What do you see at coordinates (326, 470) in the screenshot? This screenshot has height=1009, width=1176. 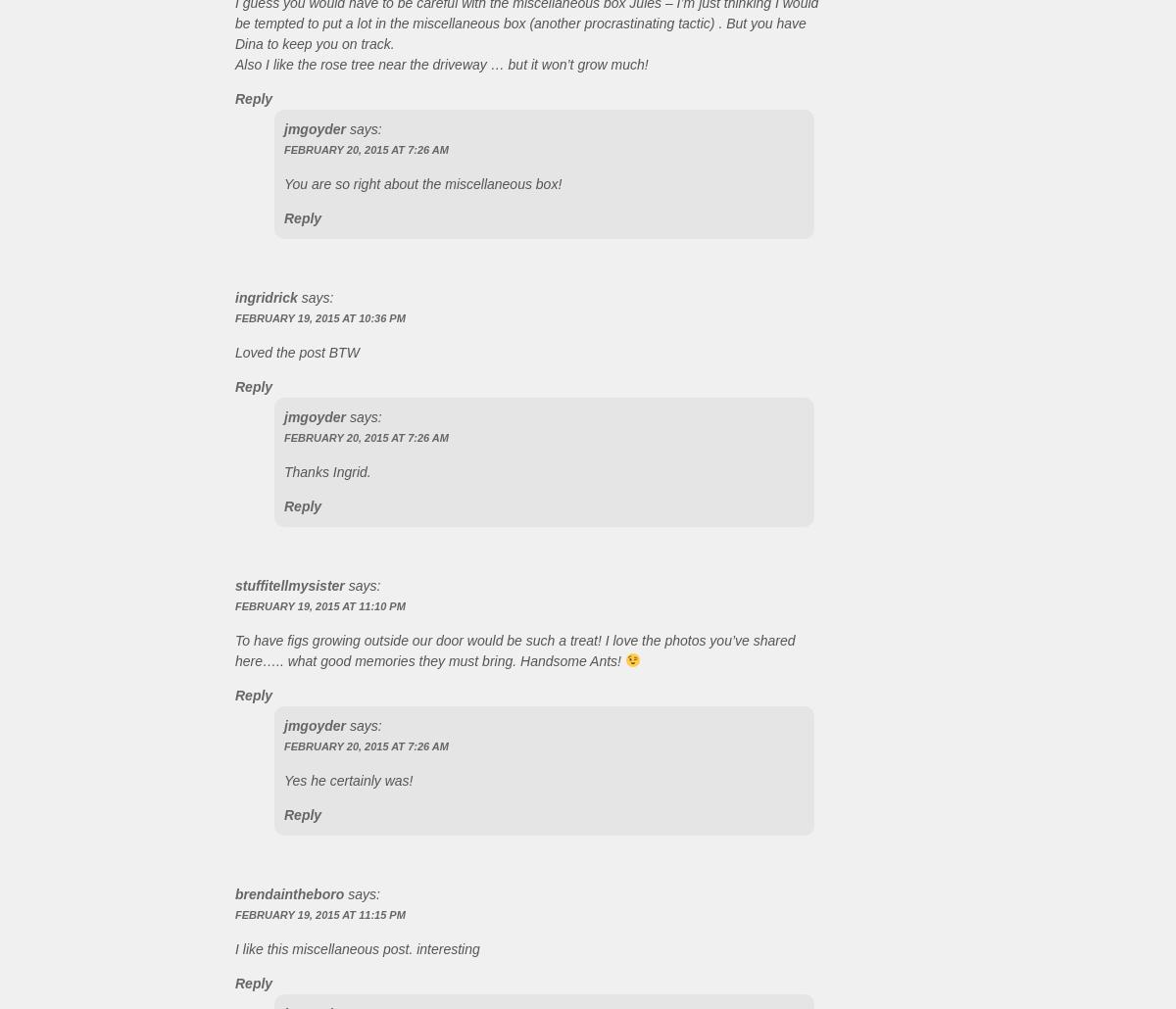 I see `'Thanks Ingrid.'` at bounding box center [326, 470].